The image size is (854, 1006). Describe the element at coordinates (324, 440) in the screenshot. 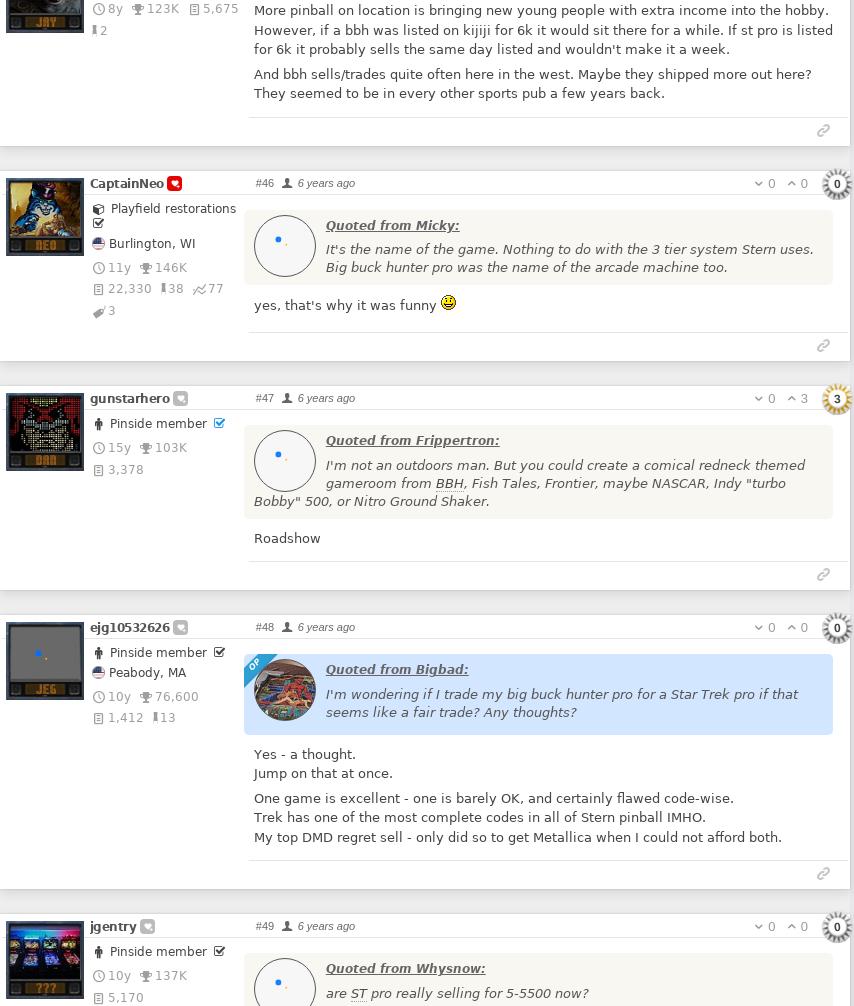

I see `'Quoted from Frippertron:'` at that location.